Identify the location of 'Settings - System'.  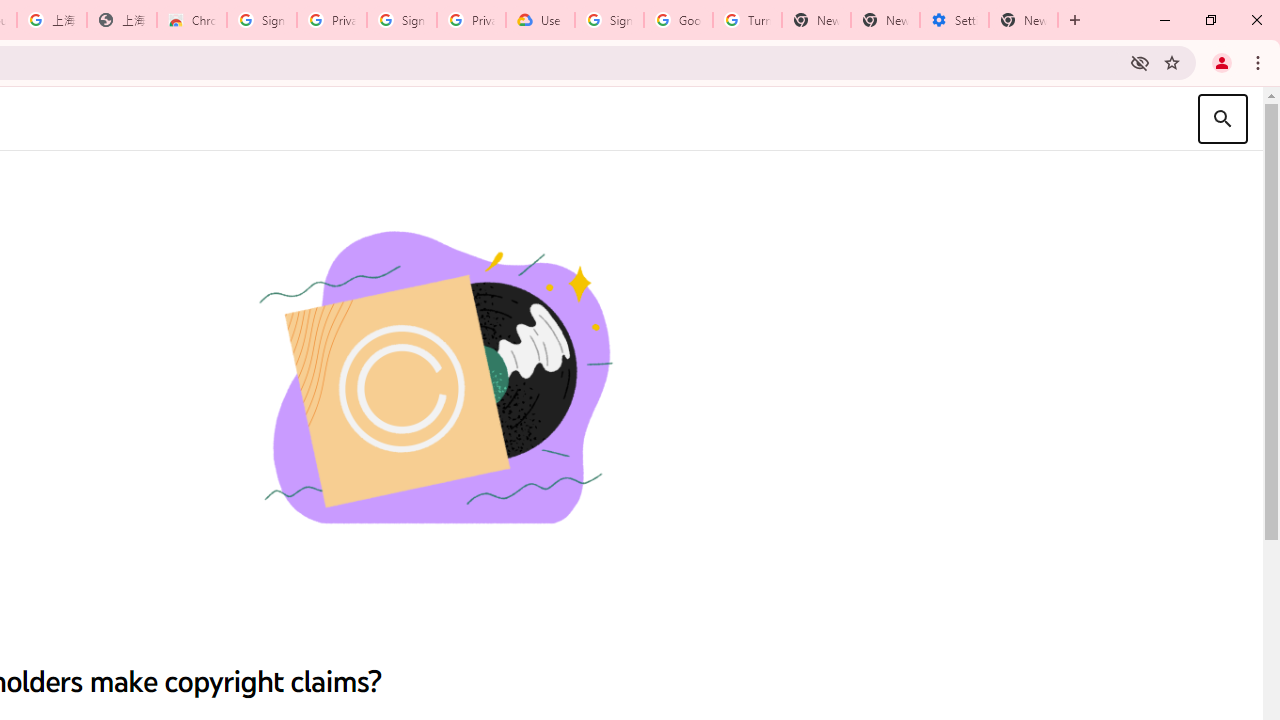
(953, 20).